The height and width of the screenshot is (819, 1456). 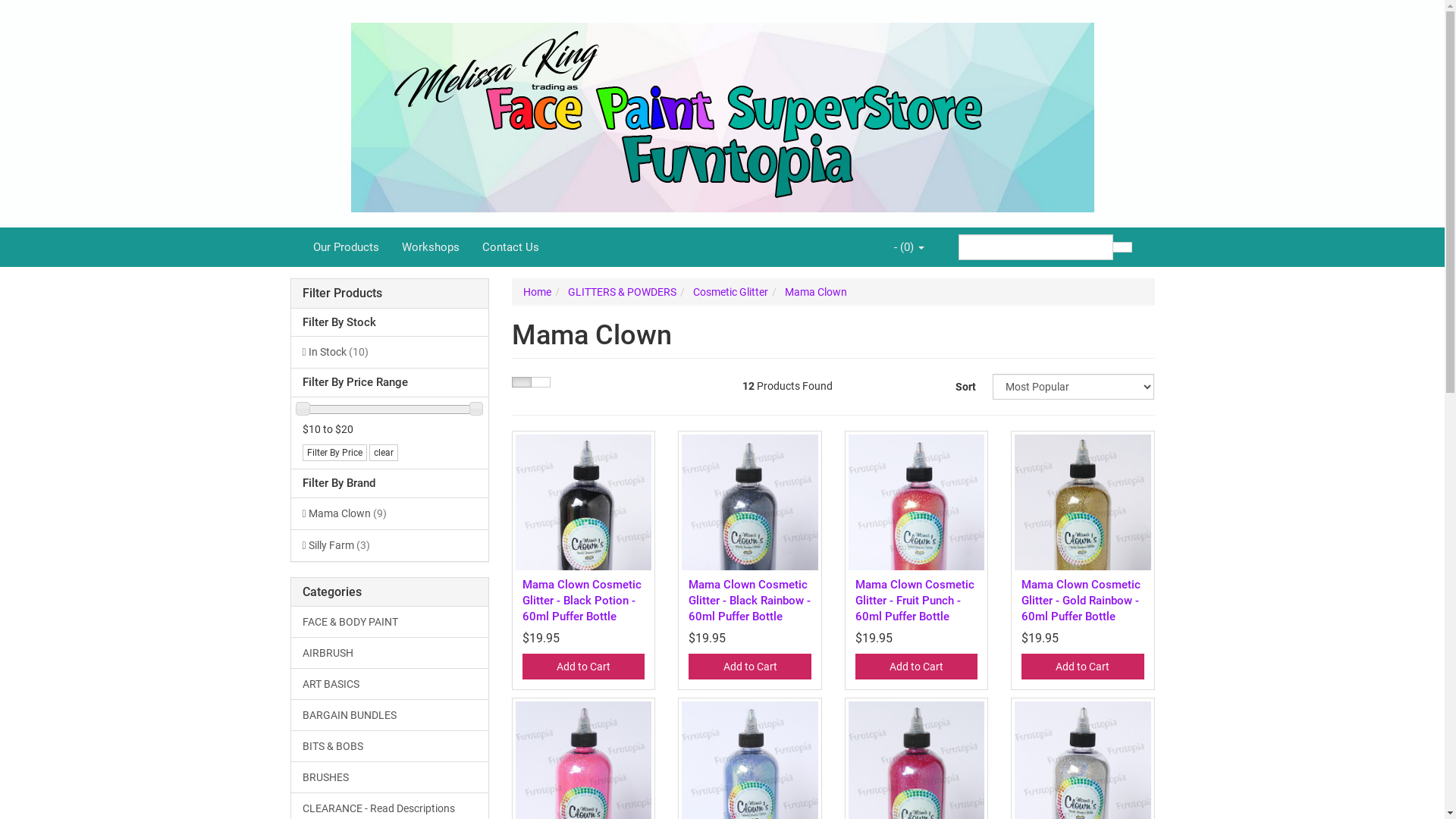 I want to click on 'Home', so click(x=537, y=292).